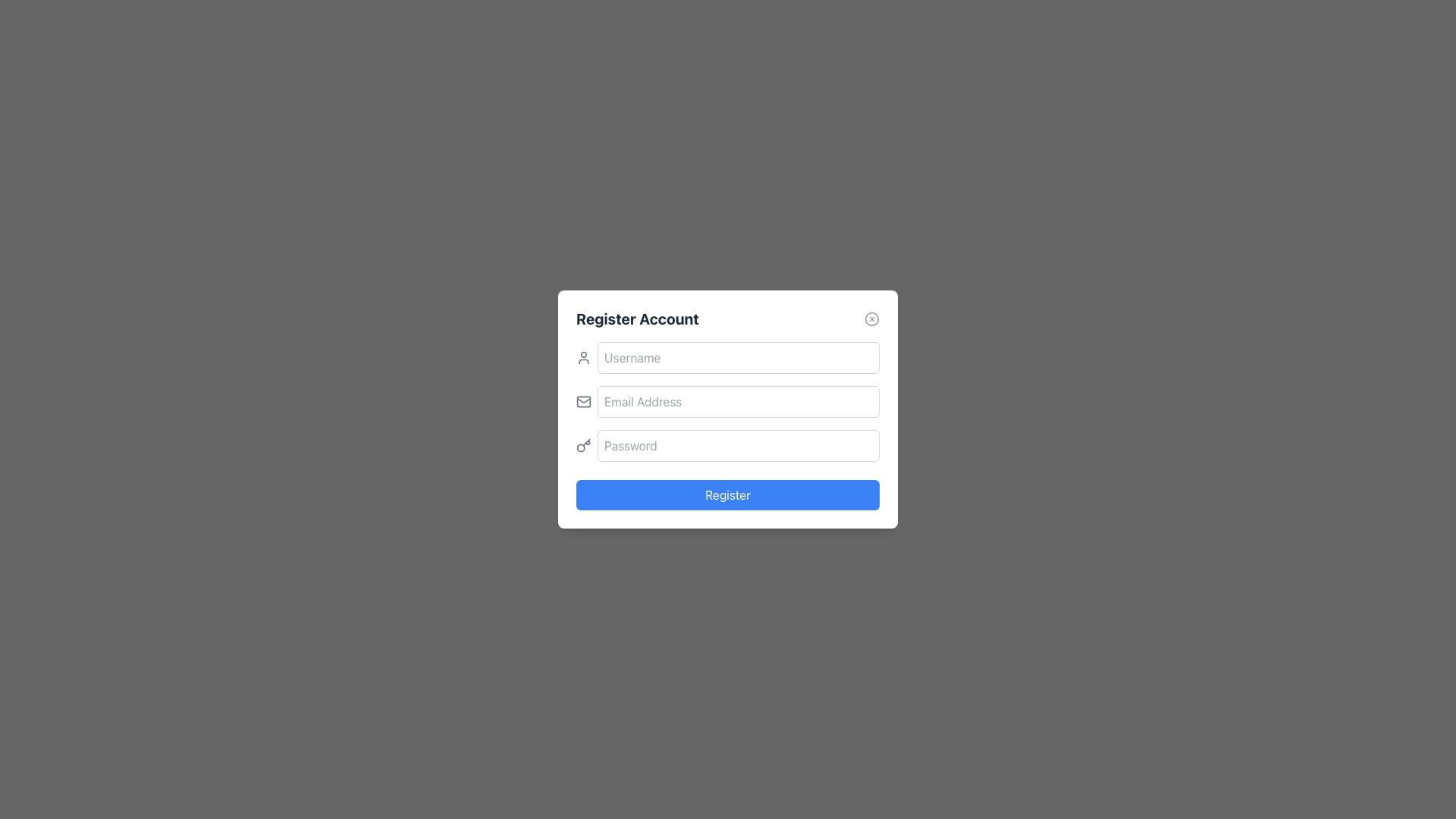 The width and height of the screenshot is (1456, 819). What do you see at coordinates (582, 357) in the screenshot?
I see `the user icon, which is a gray stylized representation of a user located to the left of the 'Username' input field` at bounding box center [582, 357].